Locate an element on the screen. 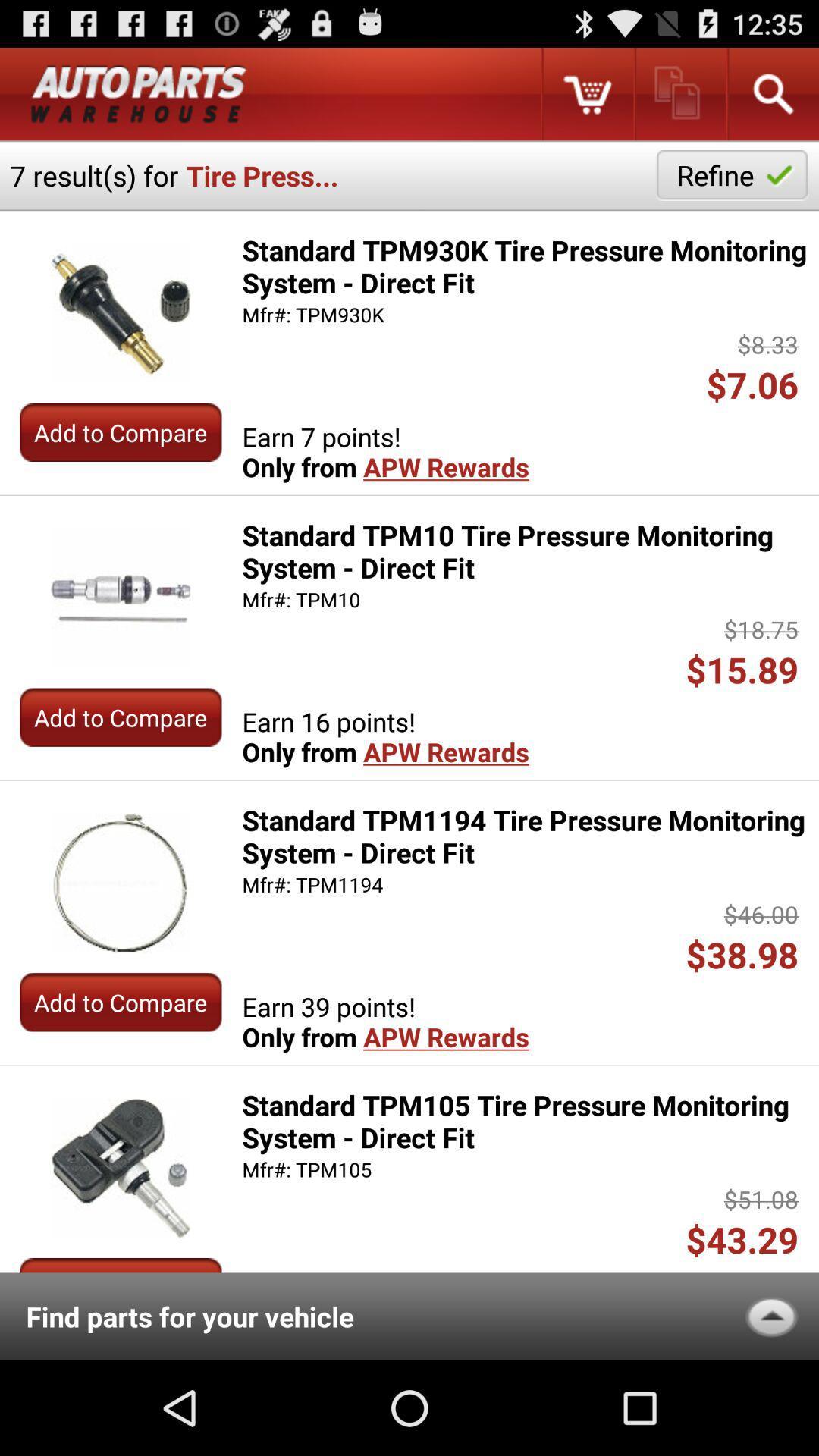 This screenshot has width=819, height=1456. open the shopping cart is located at coordinates (586, 93).